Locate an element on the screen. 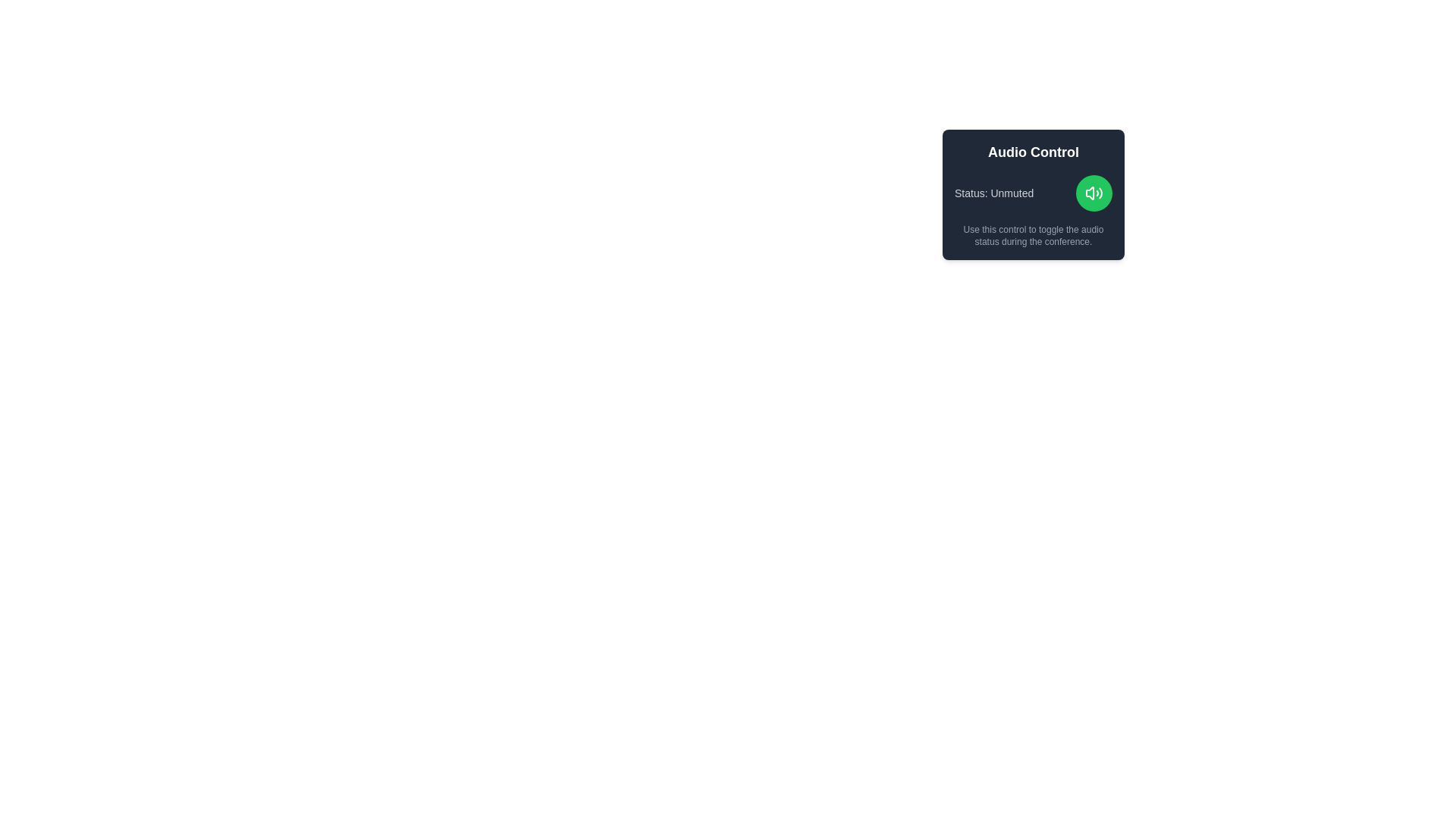 The width and height of the screenshot is (1456, 819). the text label displaying 'Status: Unmuted', which is positioned to the left of the green circular button with a volume icon in the 'Audio Control' card is located at coordinates (994, 192).